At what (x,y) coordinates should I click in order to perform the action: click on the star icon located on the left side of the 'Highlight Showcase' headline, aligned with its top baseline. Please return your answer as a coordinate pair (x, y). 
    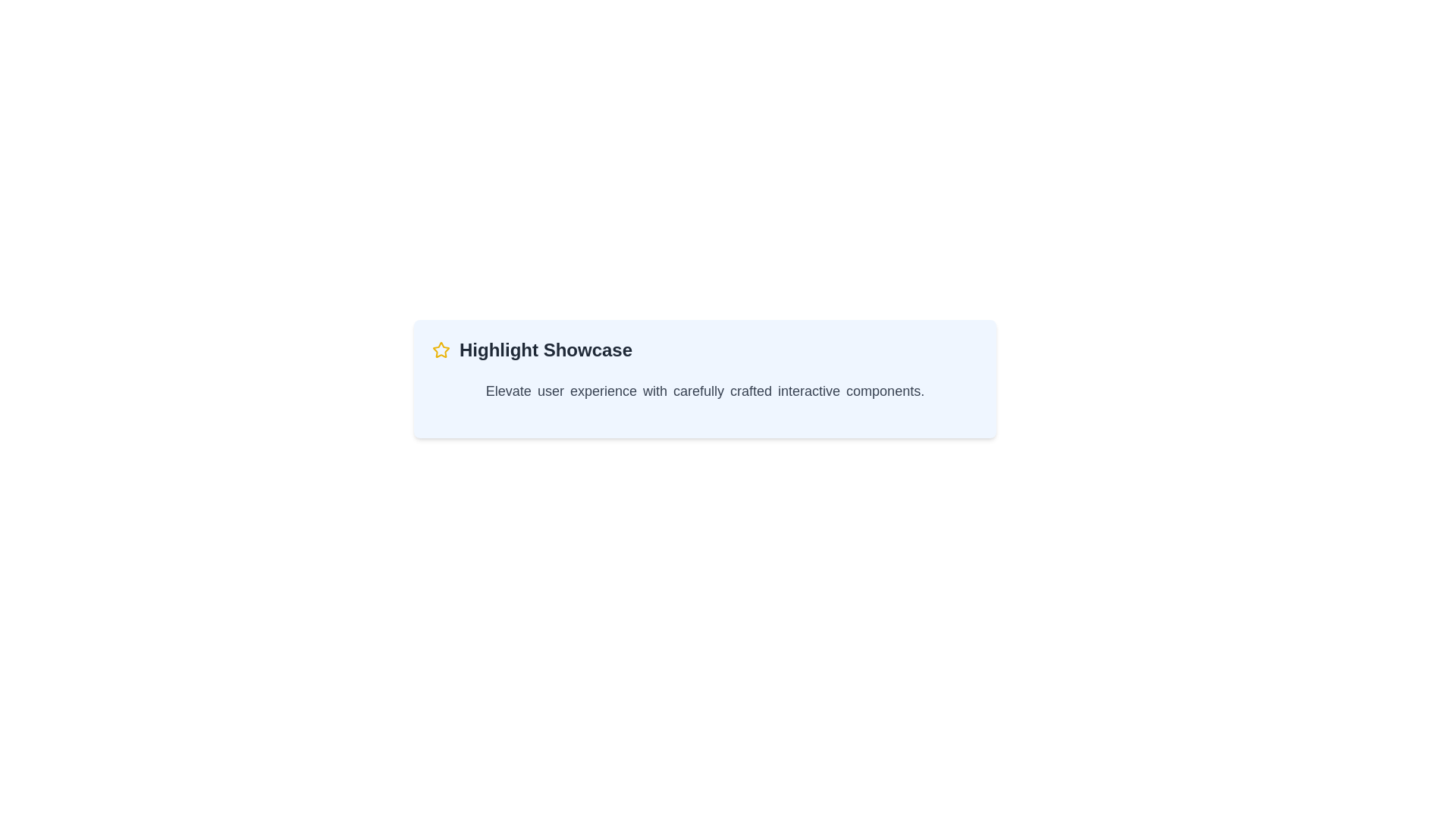
    Looking at the image, I should click on (440, 350).